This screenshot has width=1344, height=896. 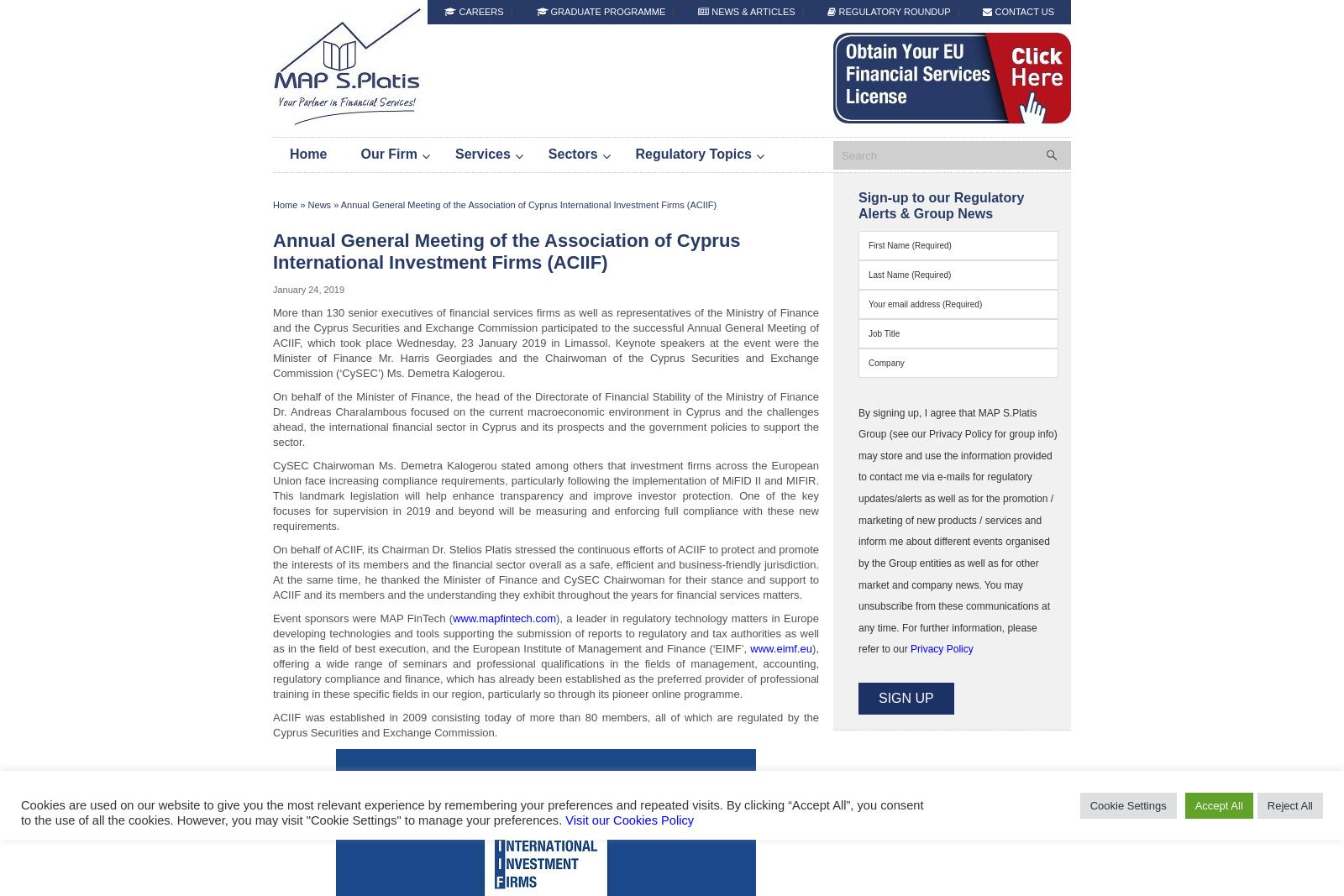 What do you see at coordinates (1126, 804) in the screenshot?
I see `'Cookie Settings'` at bounding box center [1126, 804].